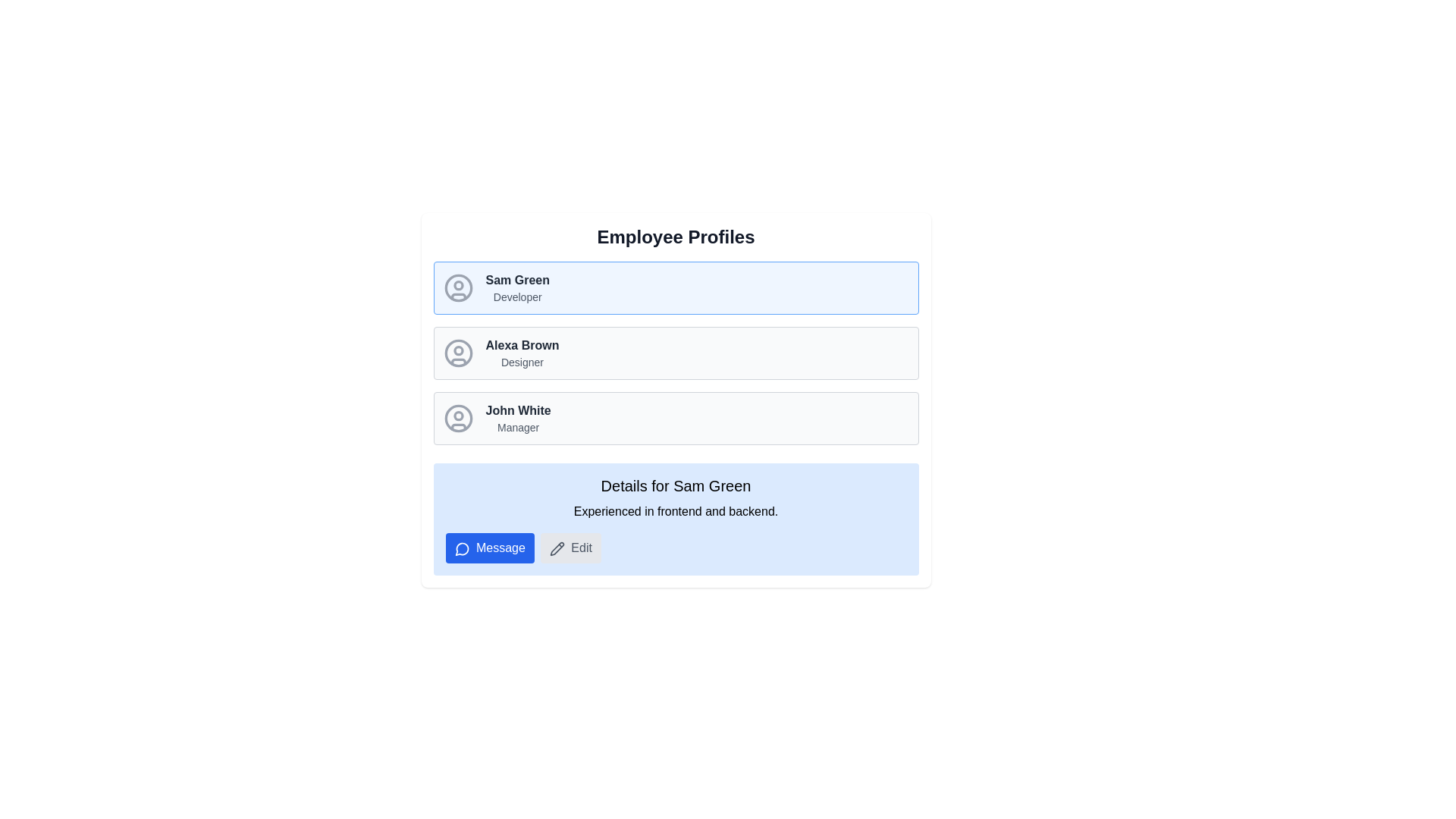  What do you see at coordinates (457, 288) in the screenshot?
I see `the user profile icon representing 'Sam Green' located in the profile block at the top of the employee list` at bounding box center [457, 288].